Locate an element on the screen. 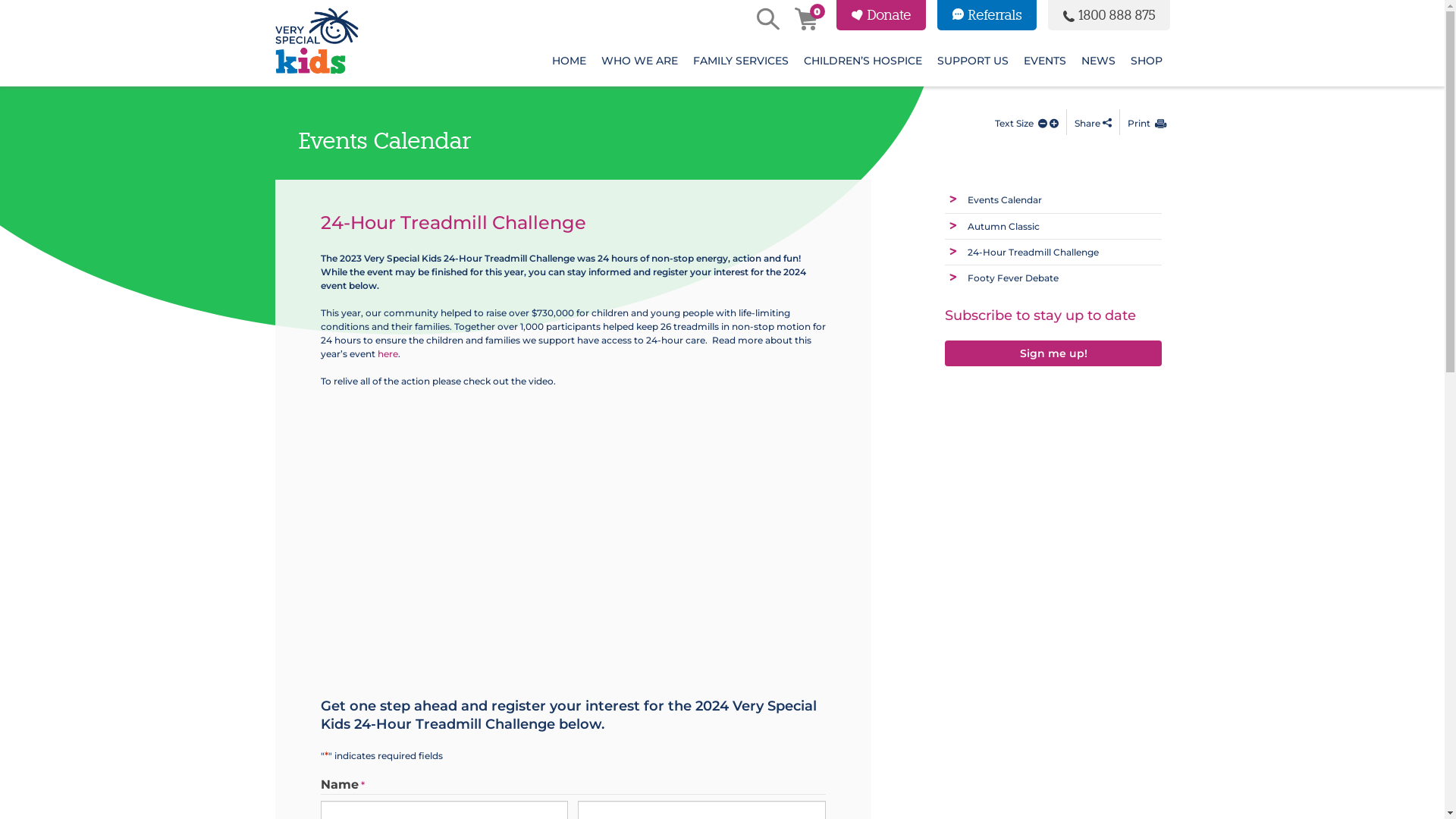  'Sign me up!' is located at coordinates (1053, 353).